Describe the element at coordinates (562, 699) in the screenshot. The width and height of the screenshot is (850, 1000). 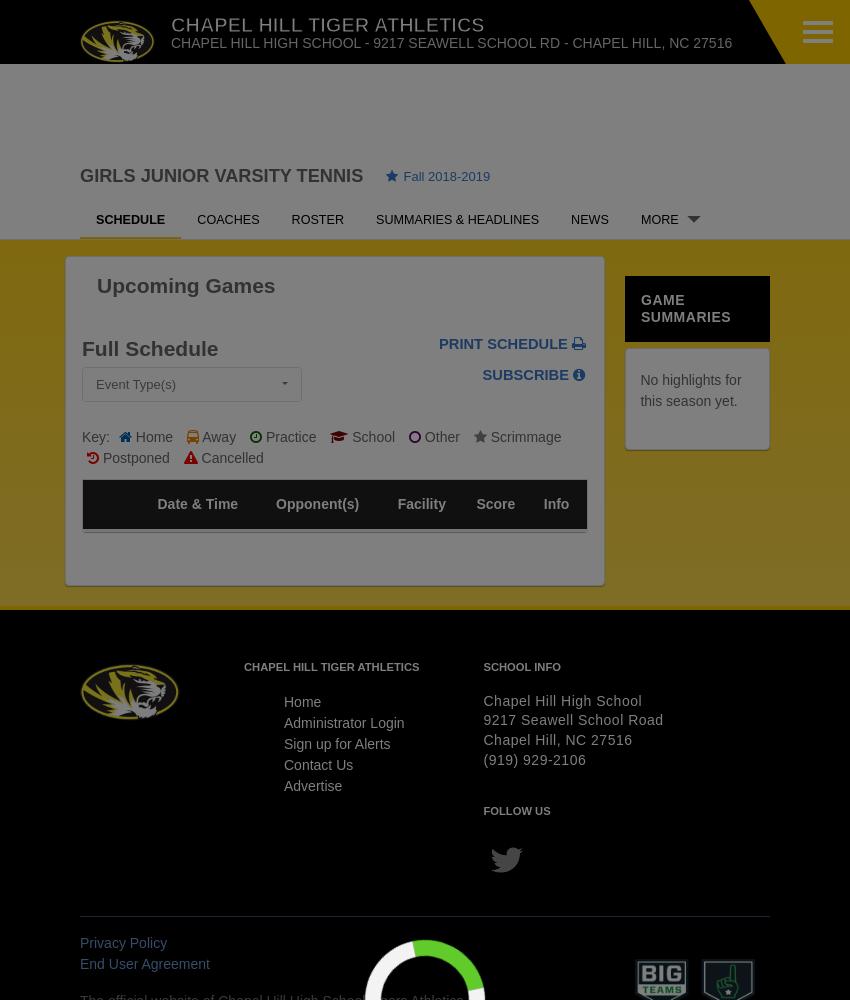
I see `'Chapel Hill High School'` at that location.